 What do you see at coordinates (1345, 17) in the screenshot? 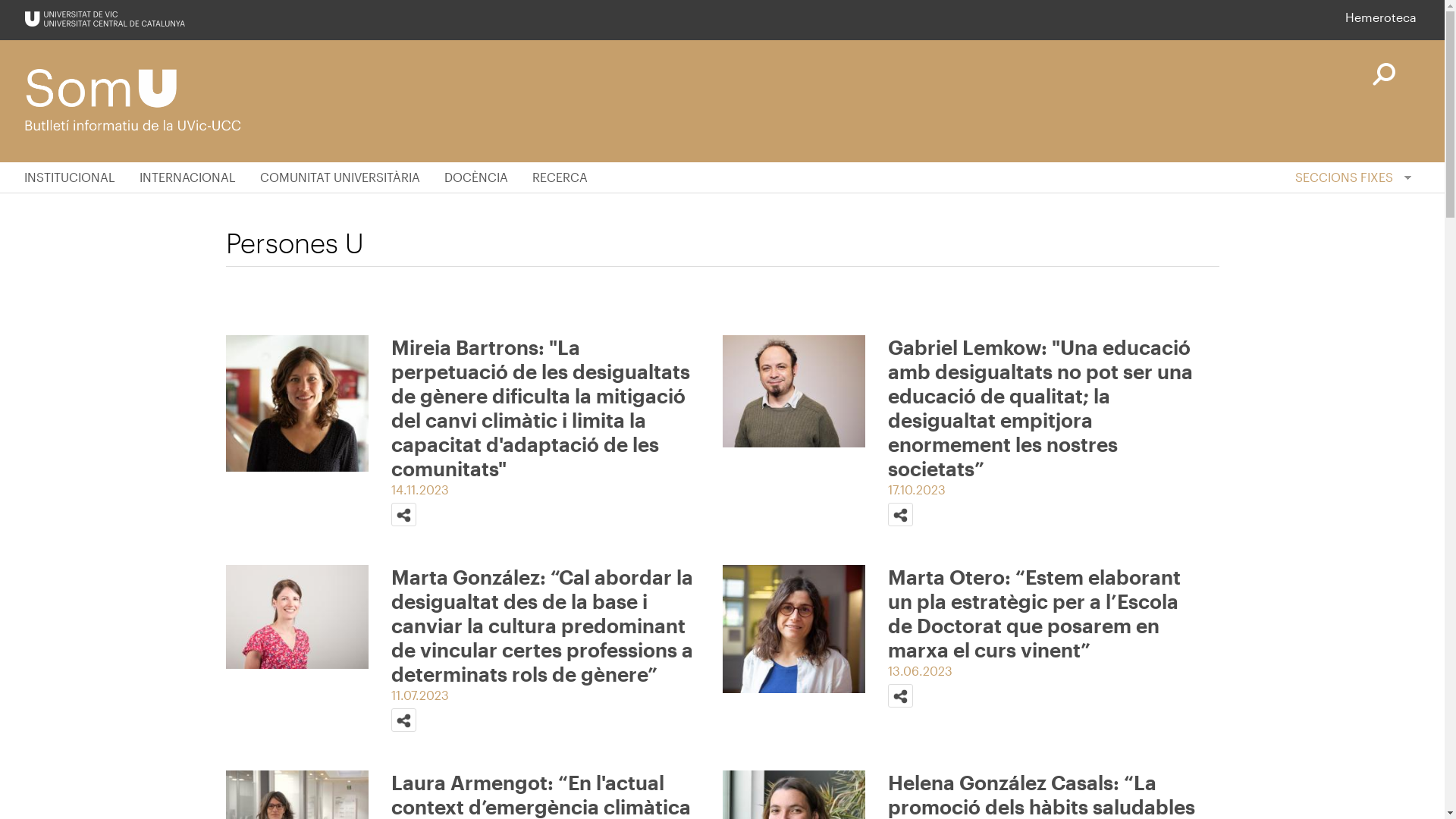
I see `'Hemeroteca'` at bounding box center [1345, 17].